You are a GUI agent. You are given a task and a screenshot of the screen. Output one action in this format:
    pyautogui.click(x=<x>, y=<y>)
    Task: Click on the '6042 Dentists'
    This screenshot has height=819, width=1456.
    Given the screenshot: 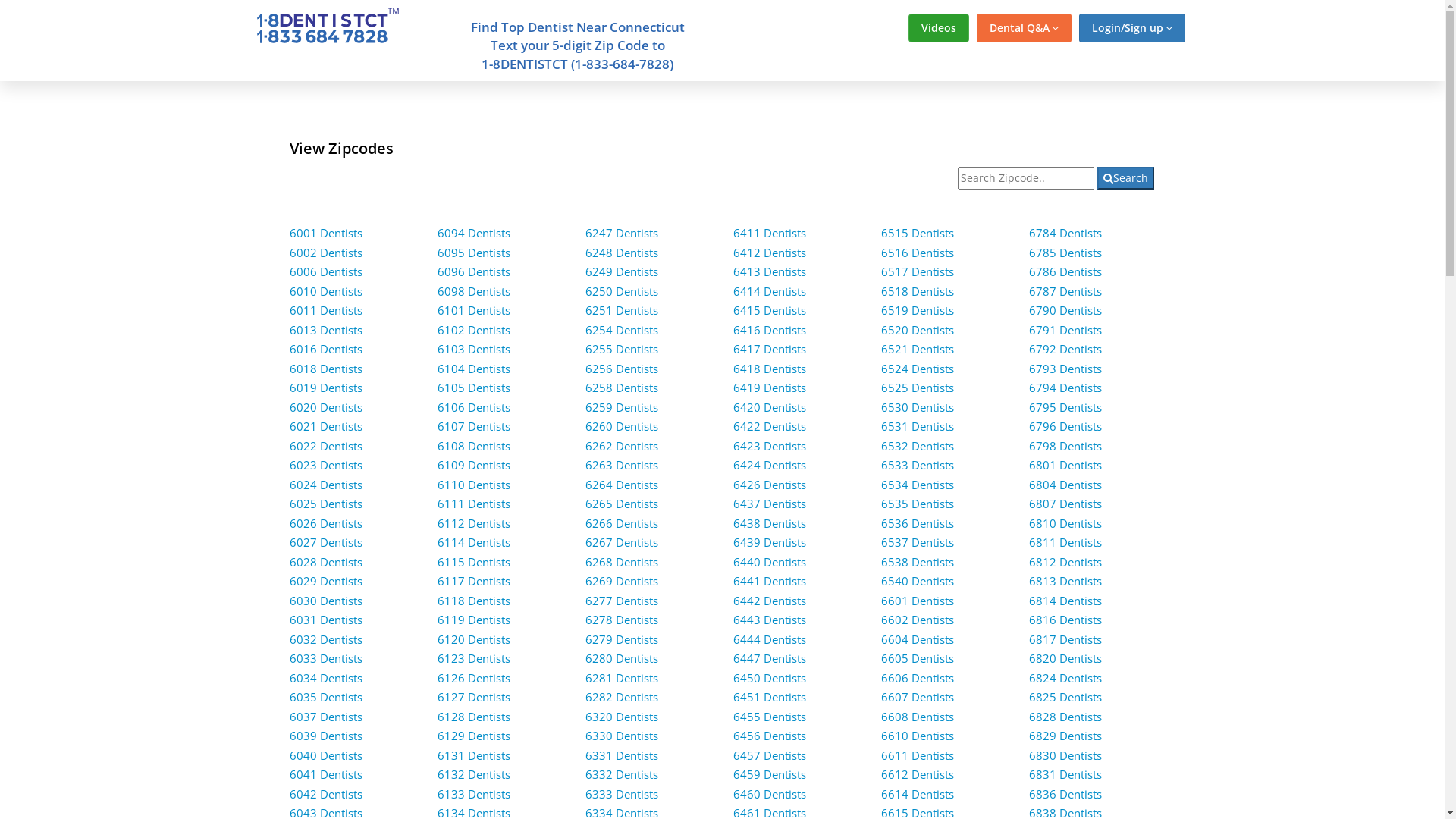 What is the action you would take?
    pyautogui.click(x=325, y=792)
    